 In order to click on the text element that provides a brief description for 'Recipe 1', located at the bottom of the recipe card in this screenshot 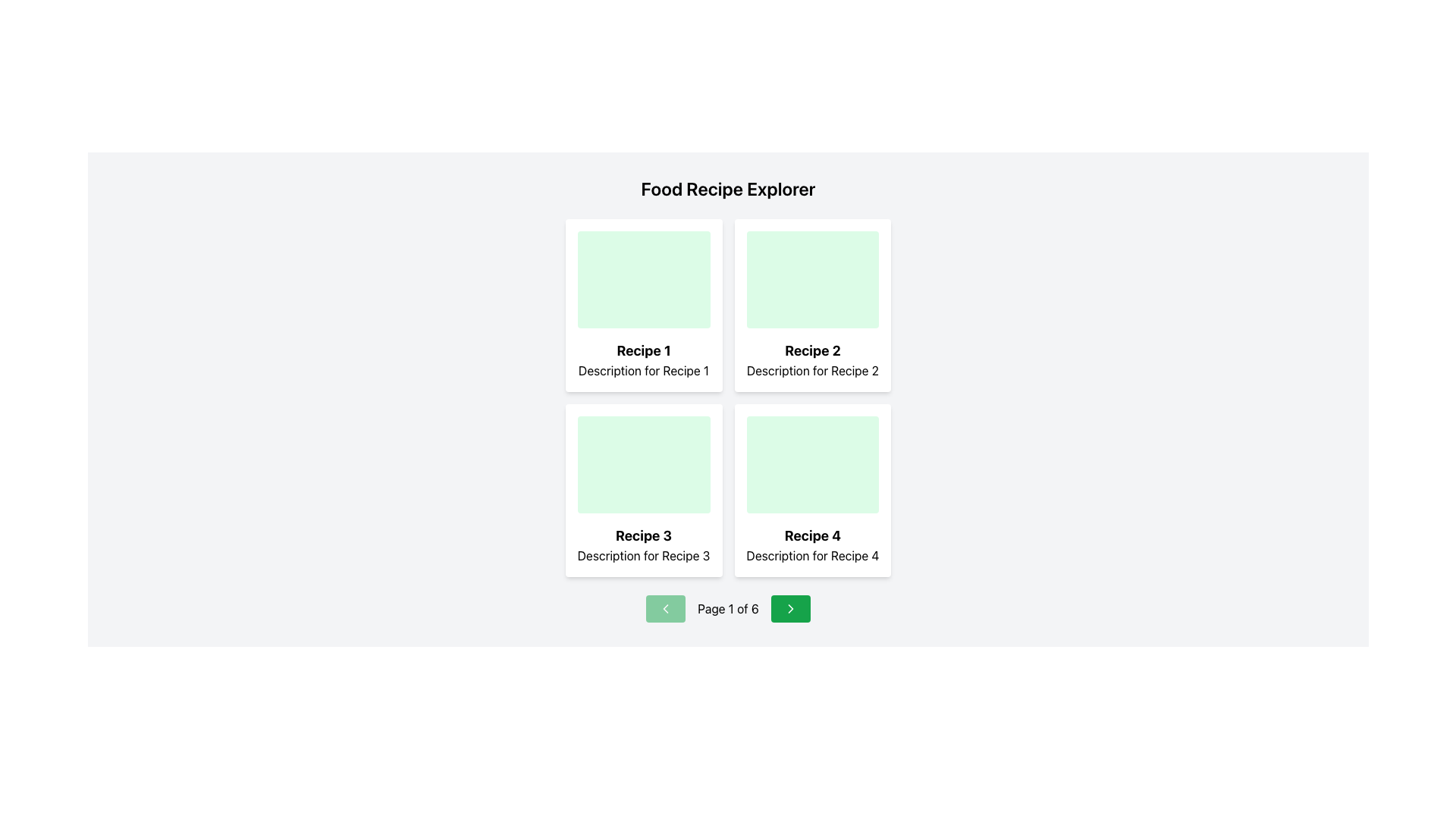, I will do `click(644, 371)`.